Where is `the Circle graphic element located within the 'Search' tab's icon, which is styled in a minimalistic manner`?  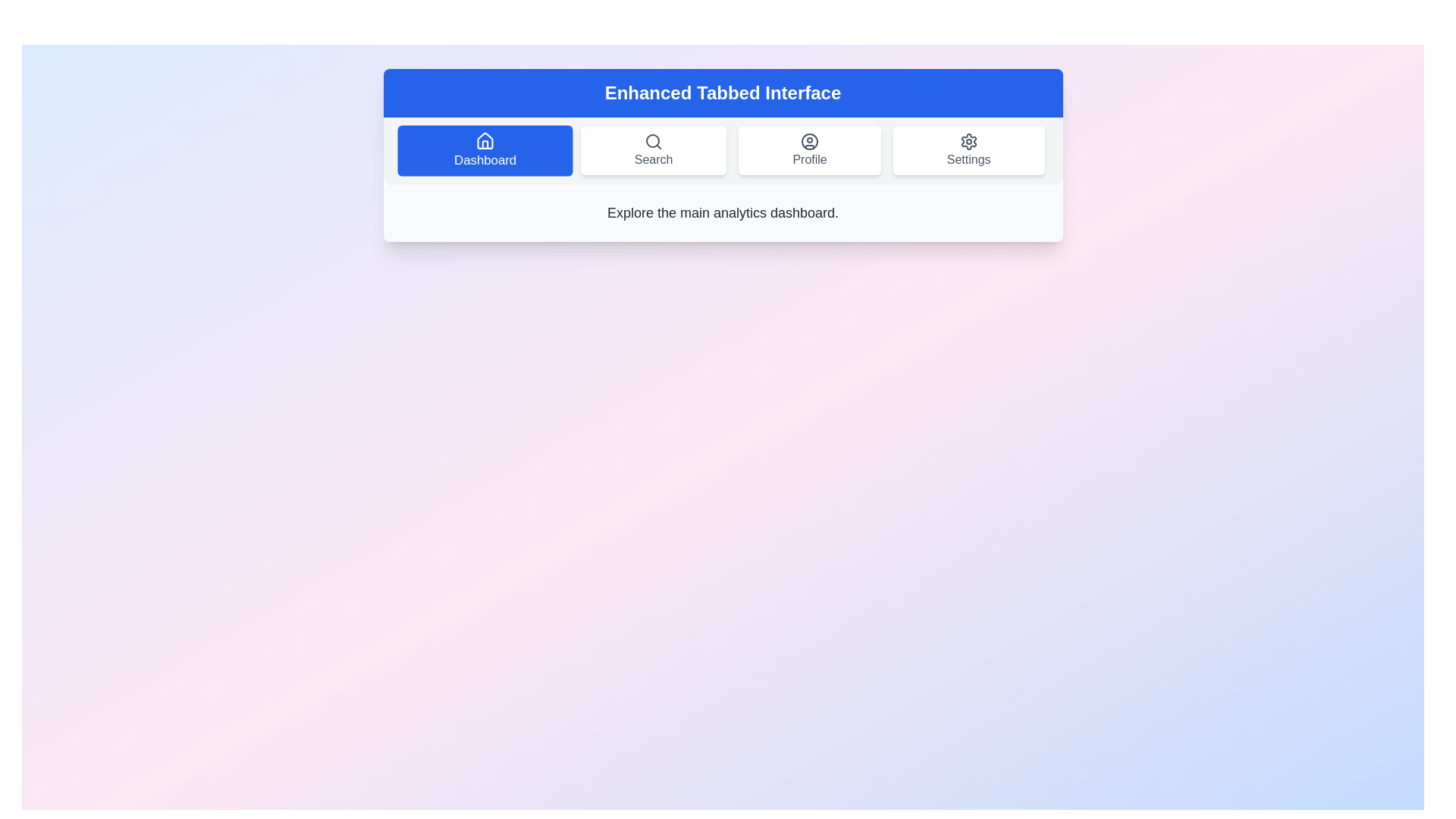
the Circle graphic element located within the 'Search' tab's icon, which is styled in a minimalistic manner is located at coordinates (653, 140).